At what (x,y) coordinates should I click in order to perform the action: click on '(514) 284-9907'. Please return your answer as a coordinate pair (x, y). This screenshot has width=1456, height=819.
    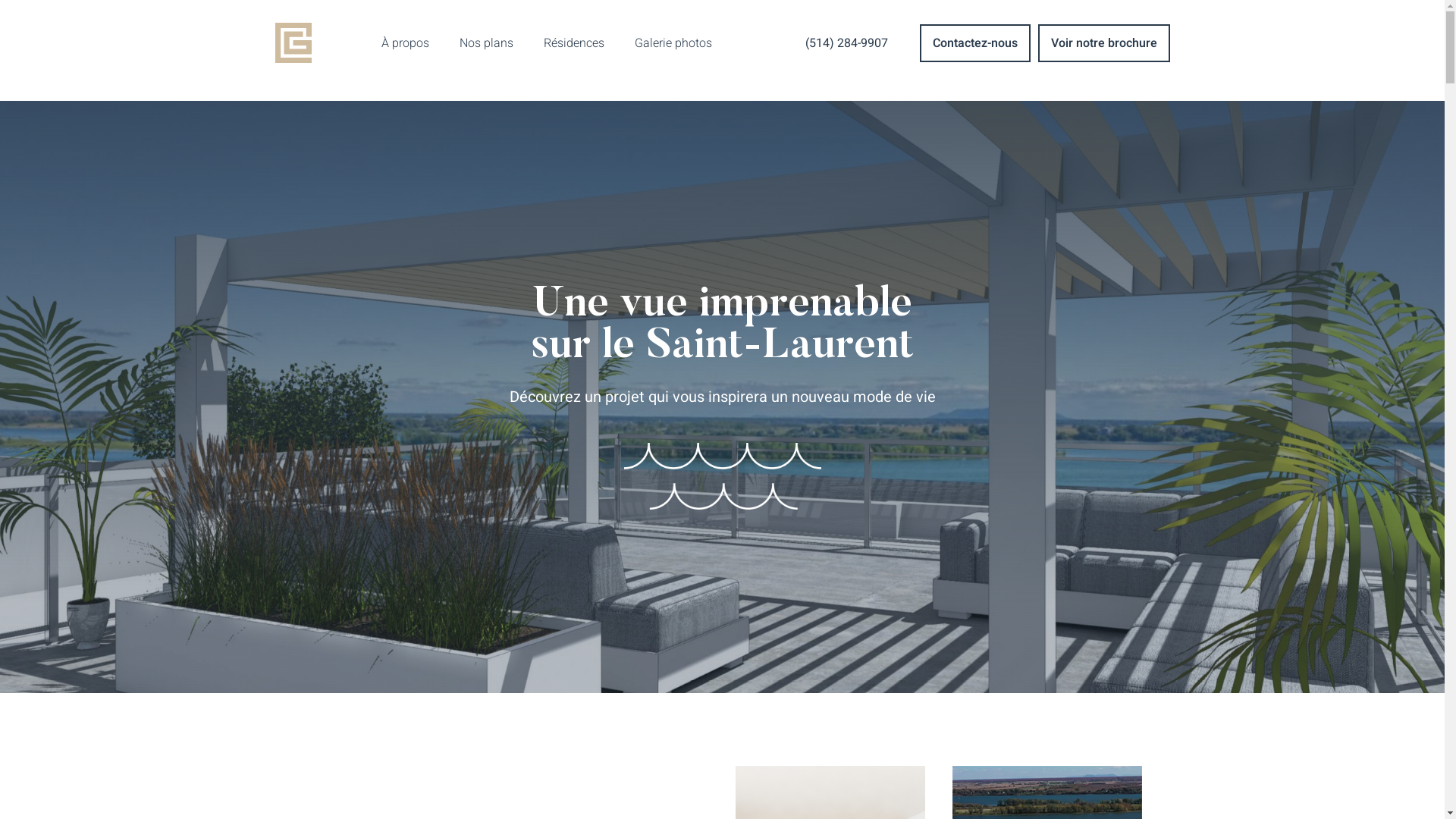
    Looking at the image, I should click on (804, 42).